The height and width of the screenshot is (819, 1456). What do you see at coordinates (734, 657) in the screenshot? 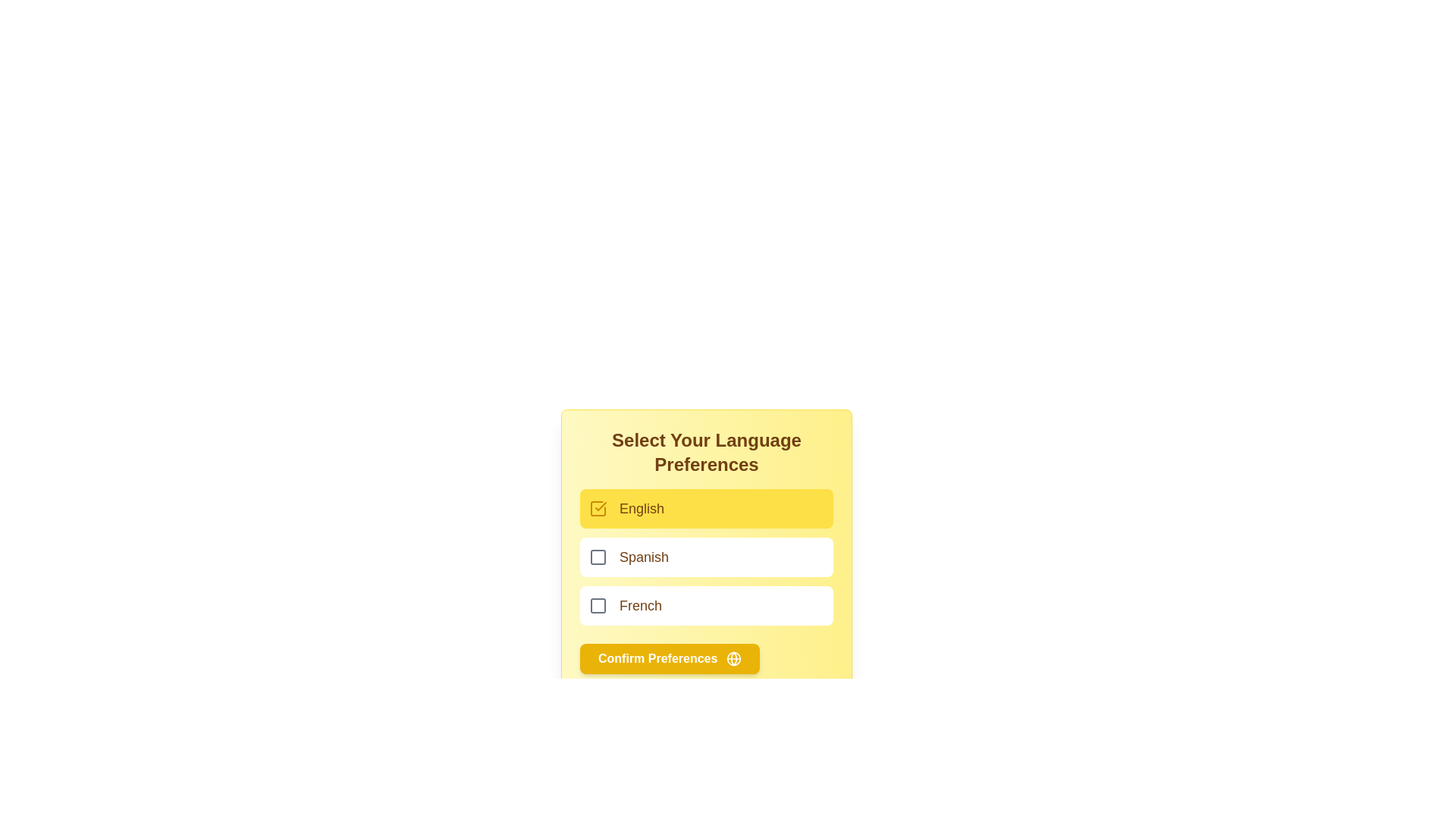
I see `the globe icon located to the right of the 'Confirm Preferences' text inside the yellow rectangular button at the bottom of the language selection form` at bounding box center [734, 657].